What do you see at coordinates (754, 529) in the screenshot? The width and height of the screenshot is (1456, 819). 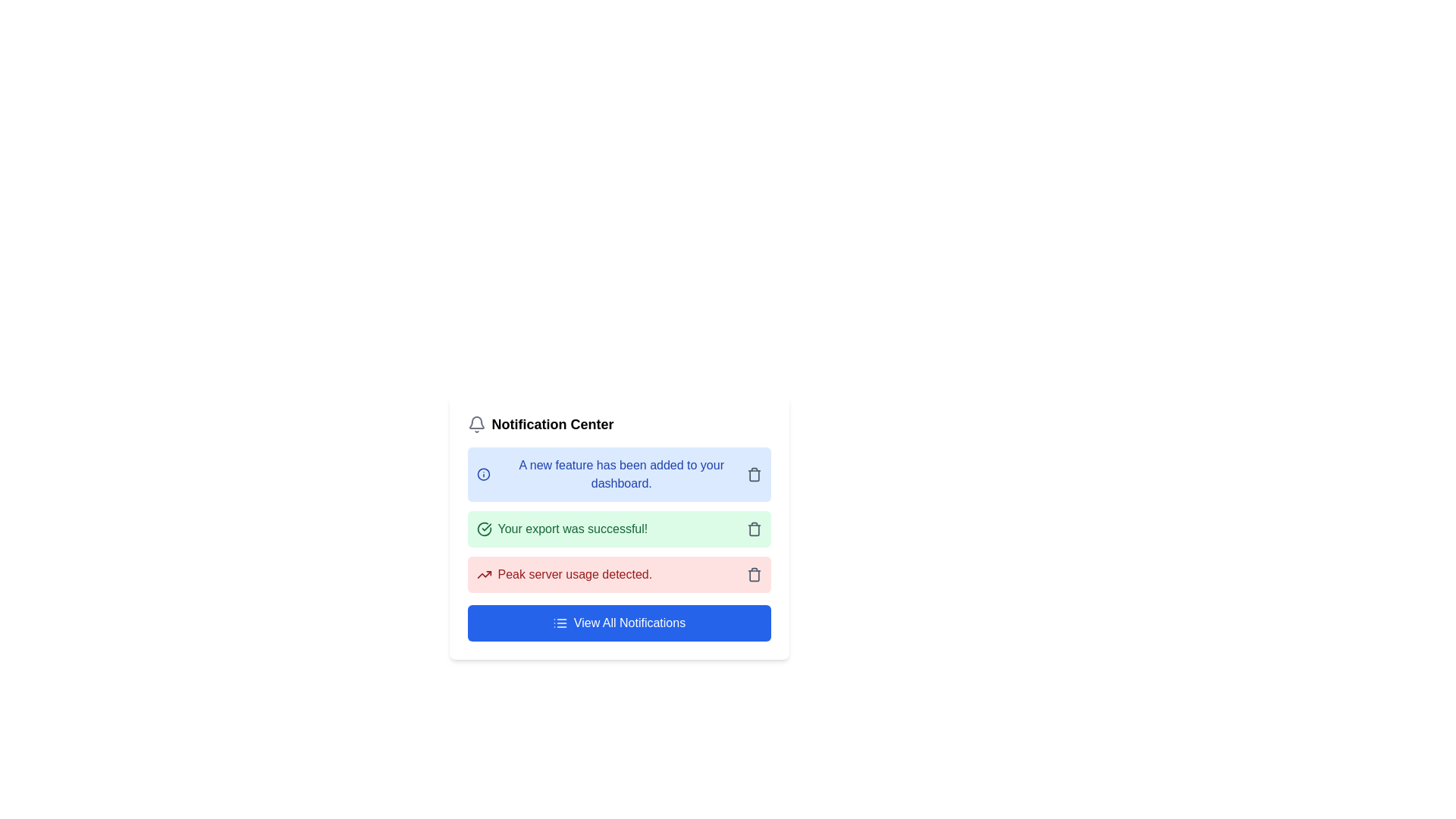 I see `the delete icon button located in the top-right corner of the second notification card with a green background, which contains the message 'Your export was successful!'` at bounding box center [754, 529].